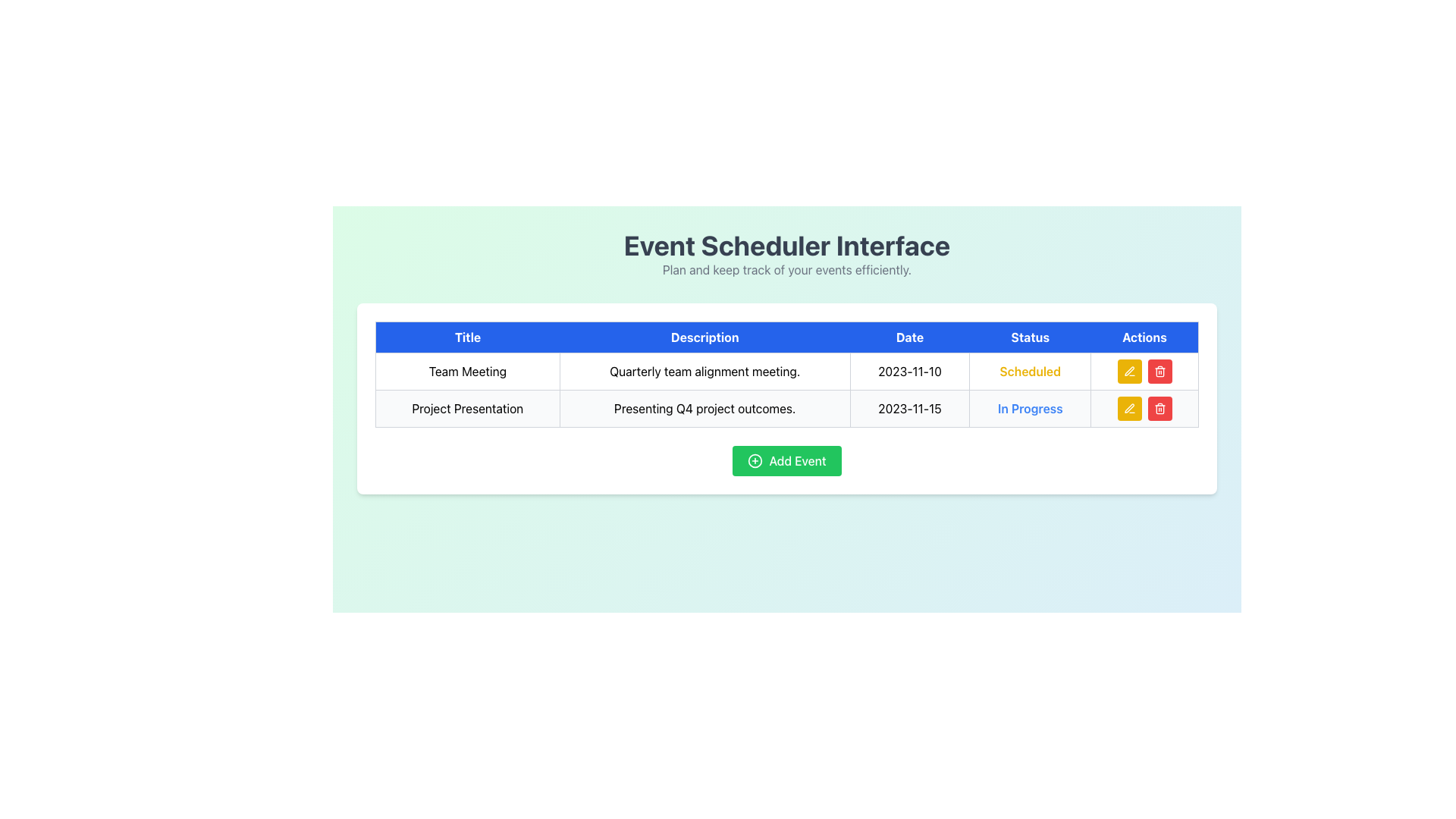  I want to click on the 'Date' column header text label, which is the third element in the table header row, providing context for the data below, so click(910, 336).